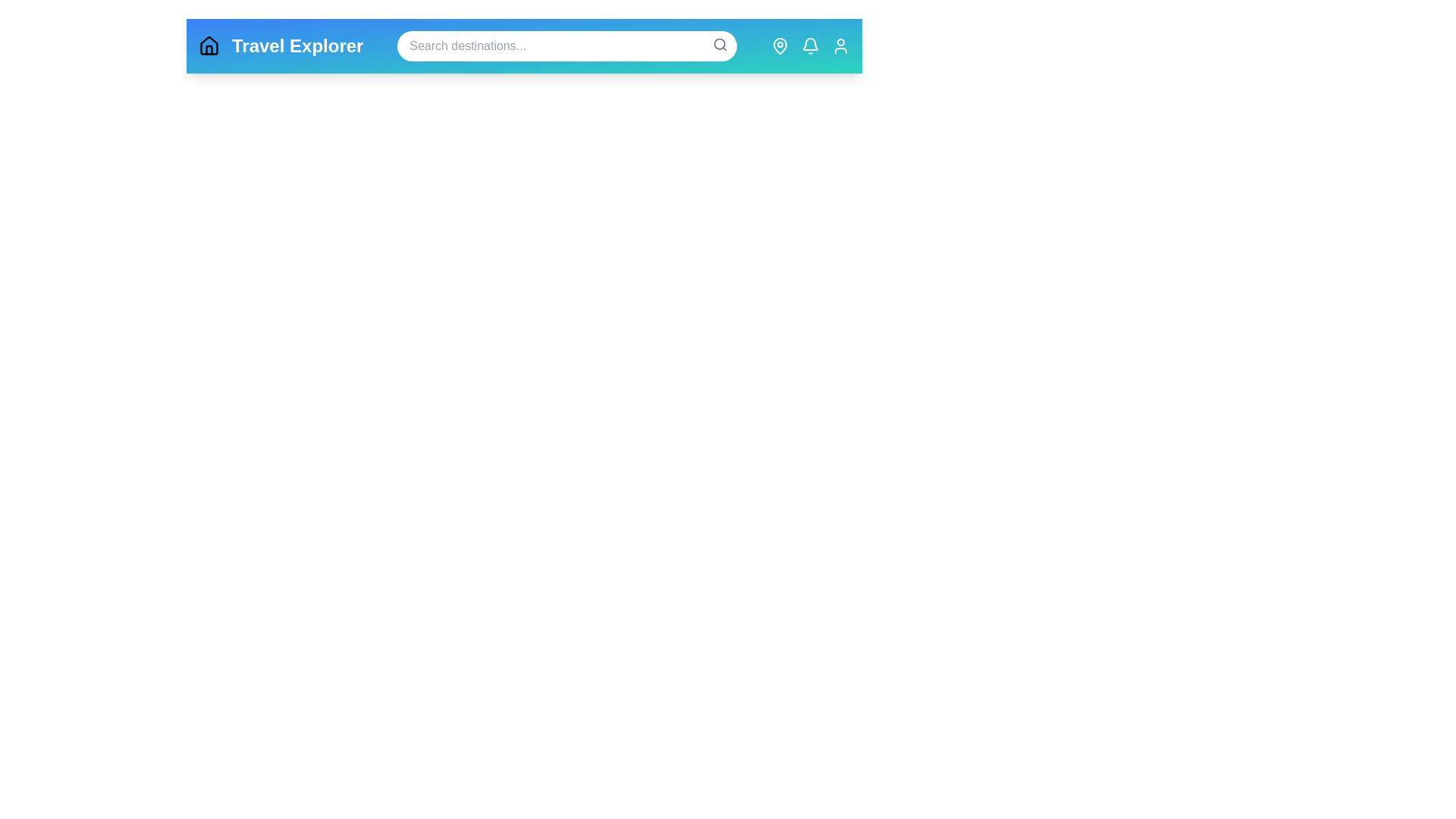 This screenshot has height=819, width=1456. Describe the element at coordinates (780, 45) in the screenshot. I see `the My Destinations navigation icon` at that location.